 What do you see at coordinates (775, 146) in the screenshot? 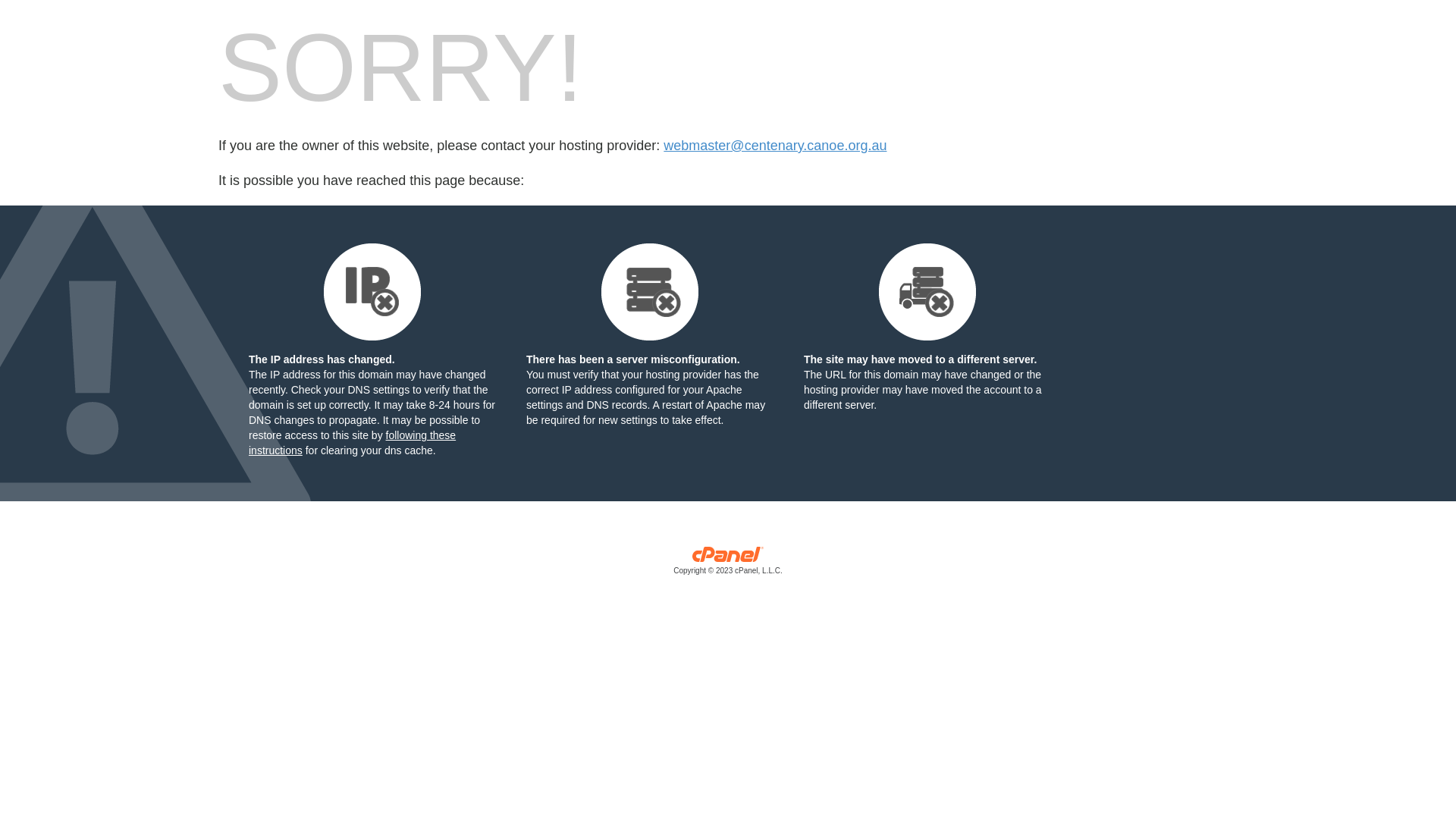
I see `'webmaster@centenary.canoe.org.au'` at bounding box center [775, 146].